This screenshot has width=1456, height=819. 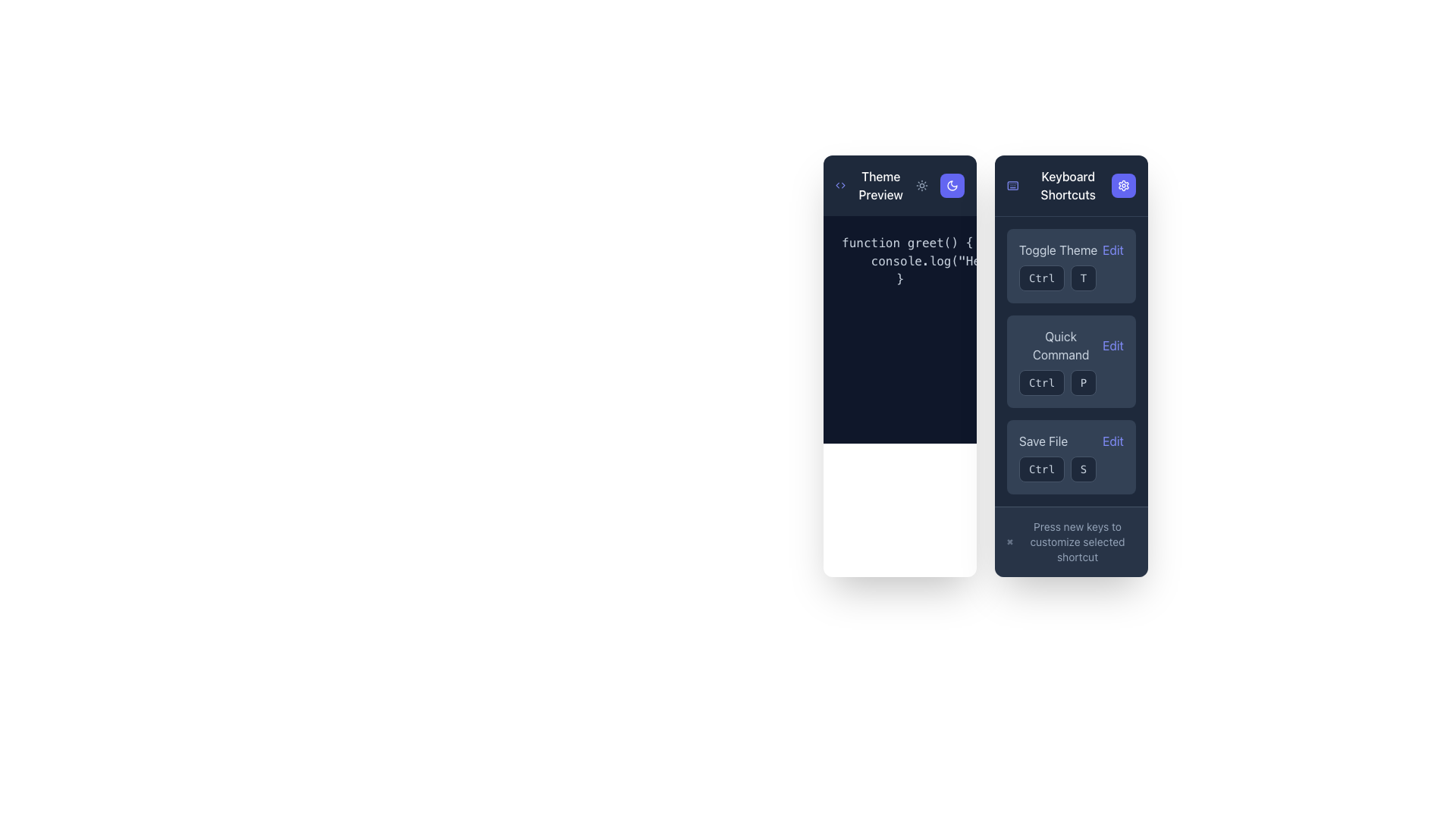 I want to click on the interactive link 'Edit' in the Text label, which is styled in indigo blue color and positioned between the 'Toggle Theme Edit' and 'Save File Edit' sections, so click(x=1070, y=345).